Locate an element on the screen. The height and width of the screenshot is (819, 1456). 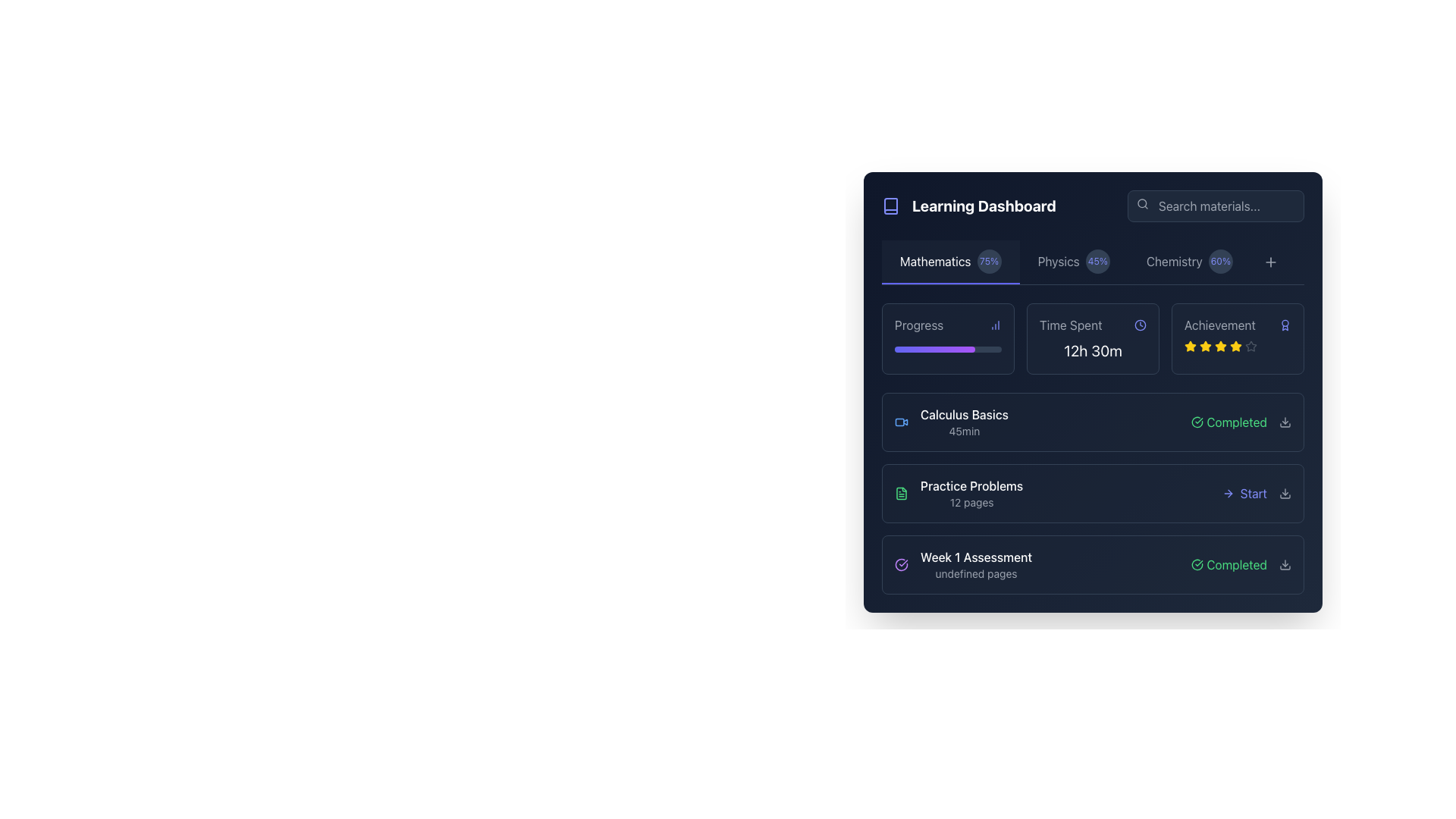
the Circular progress indicator displaying '75%' for the 'Mathematics' status to engage with related components is located at coordinates (989, 260).